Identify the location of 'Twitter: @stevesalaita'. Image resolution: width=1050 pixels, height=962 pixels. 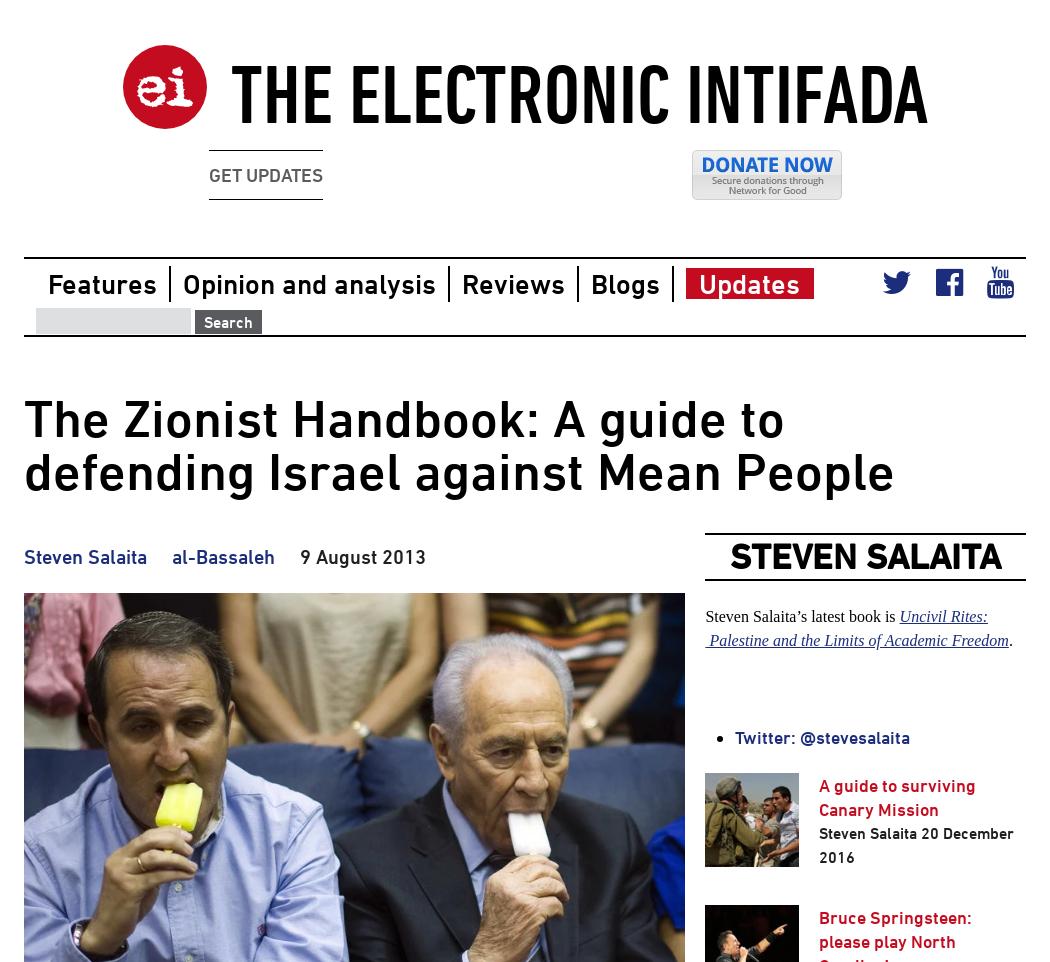
(821, 736).